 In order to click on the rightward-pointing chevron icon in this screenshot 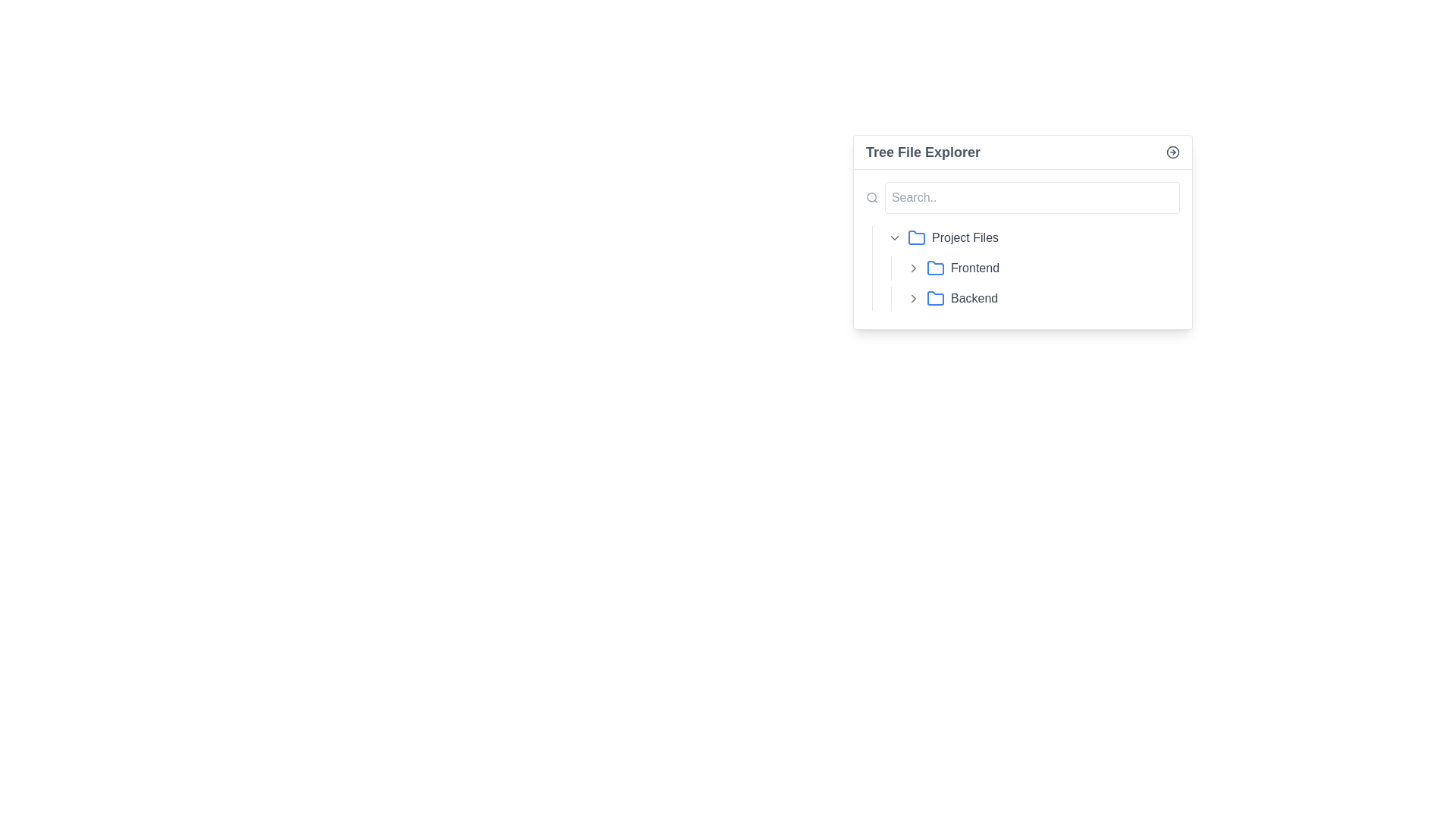, I will do `click(912, 268)`.